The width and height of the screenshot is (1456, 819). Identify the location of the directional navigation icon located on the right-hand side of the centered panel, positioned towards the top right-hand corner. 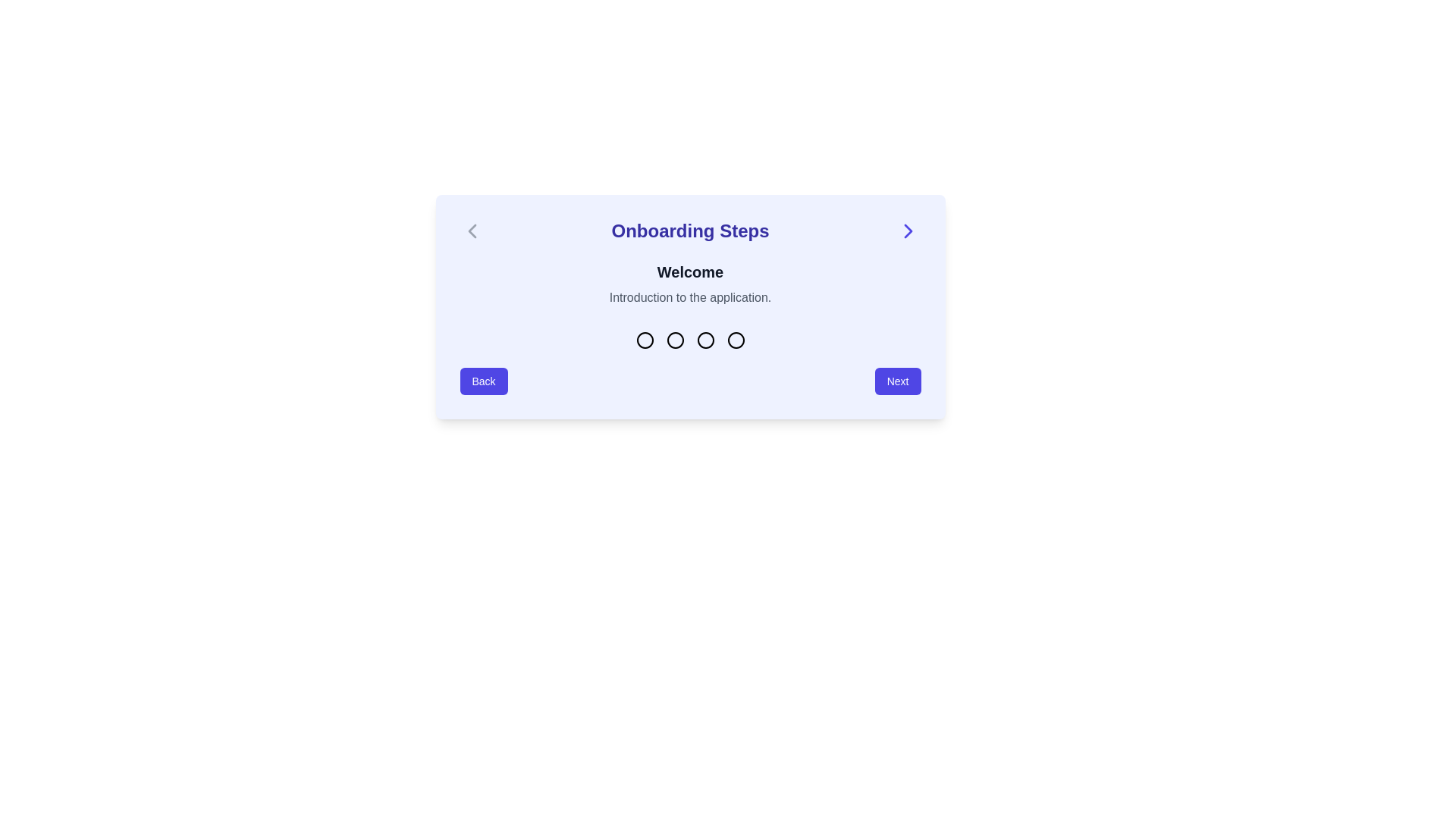
(908, 231).